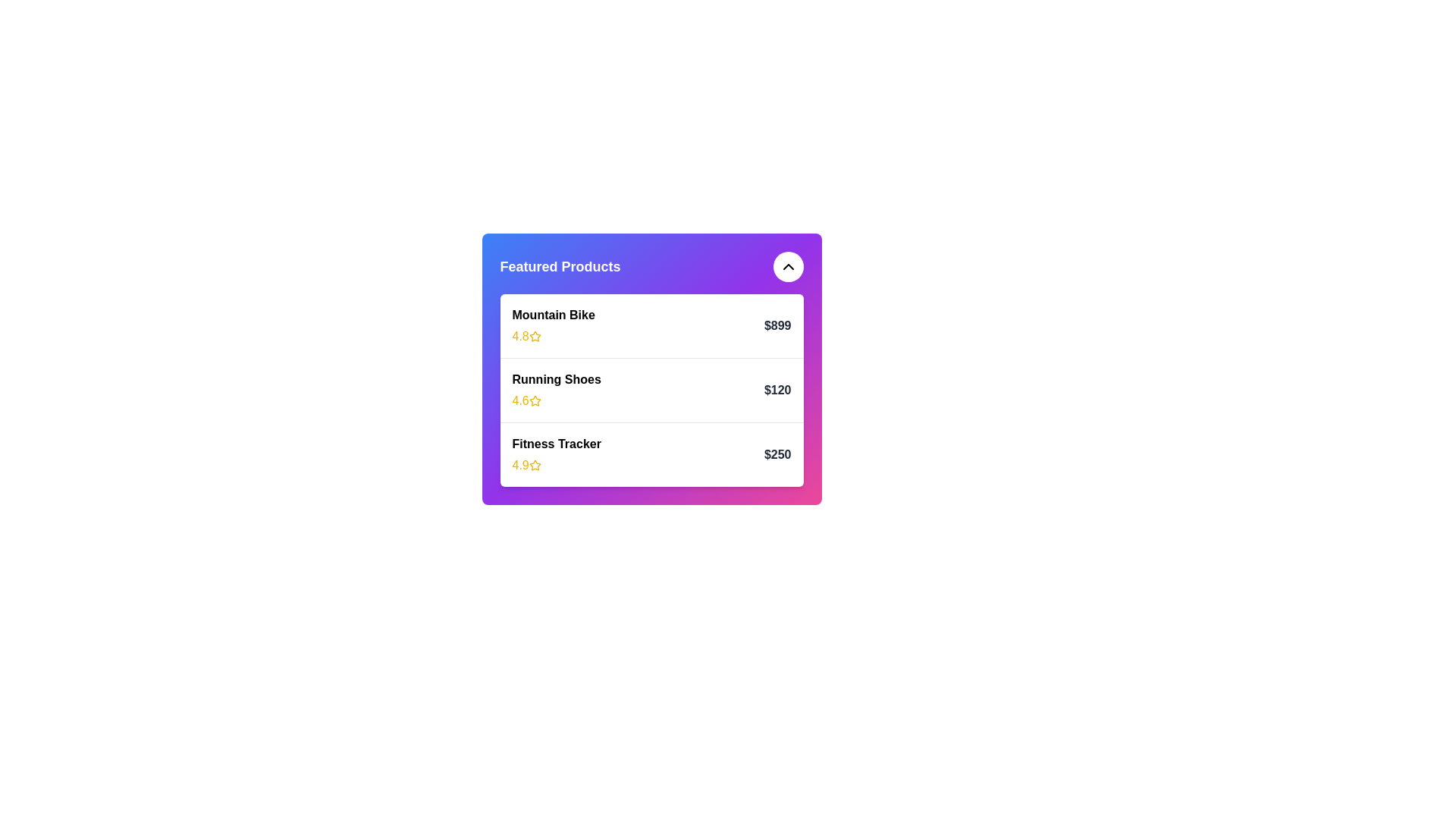 Image resolution: width=1456 pixels, height=819 pixels. I want to click on the 'Running Shoes' list item within the 'Featured Products' card layout, so click(651, 389).